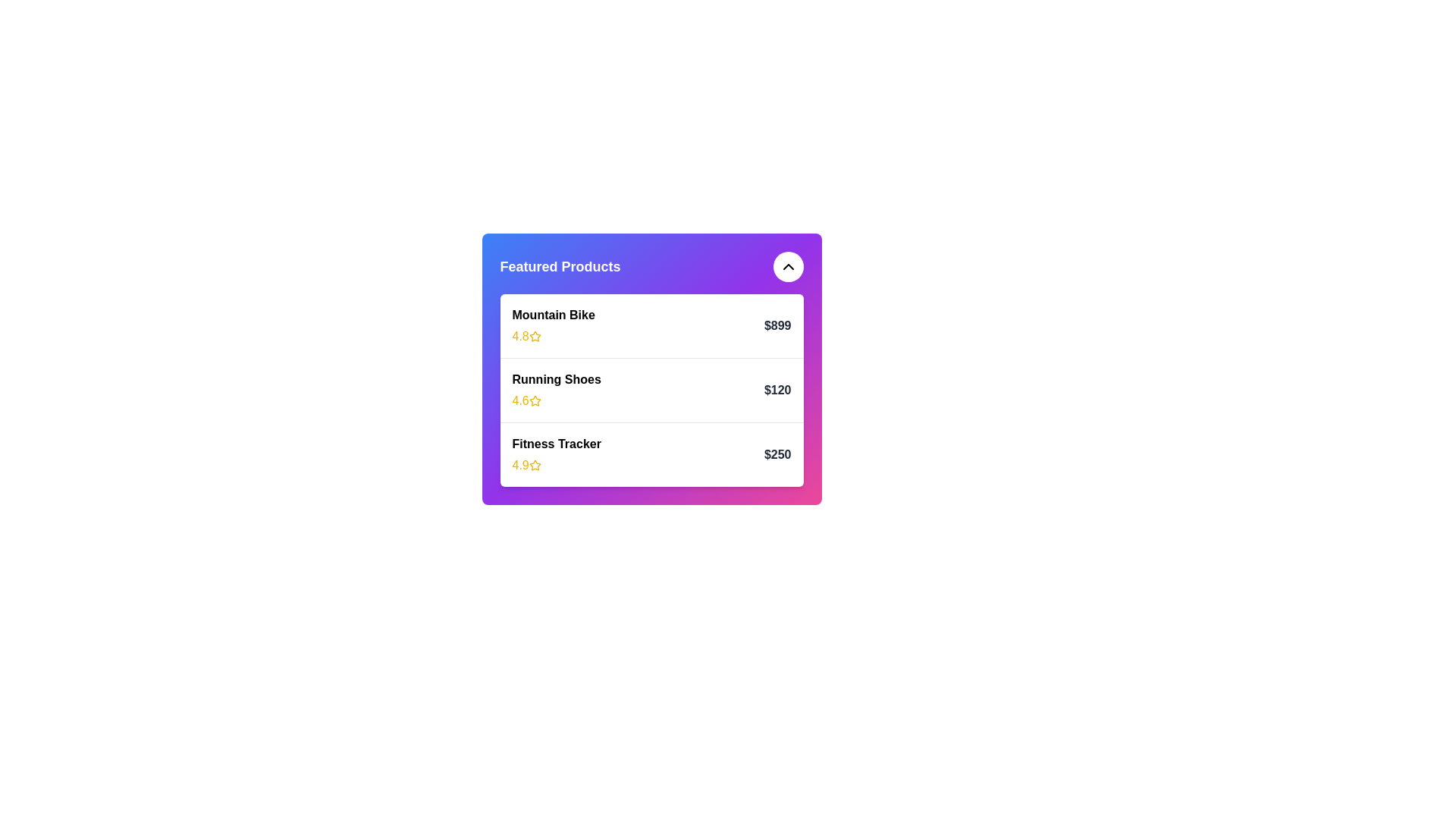 Image resolution: width=1456 pixels, height=819 pixels. I want to click on the 'Running Shoes' list item within the 'Featured Products' card layout, so click(651, 389).